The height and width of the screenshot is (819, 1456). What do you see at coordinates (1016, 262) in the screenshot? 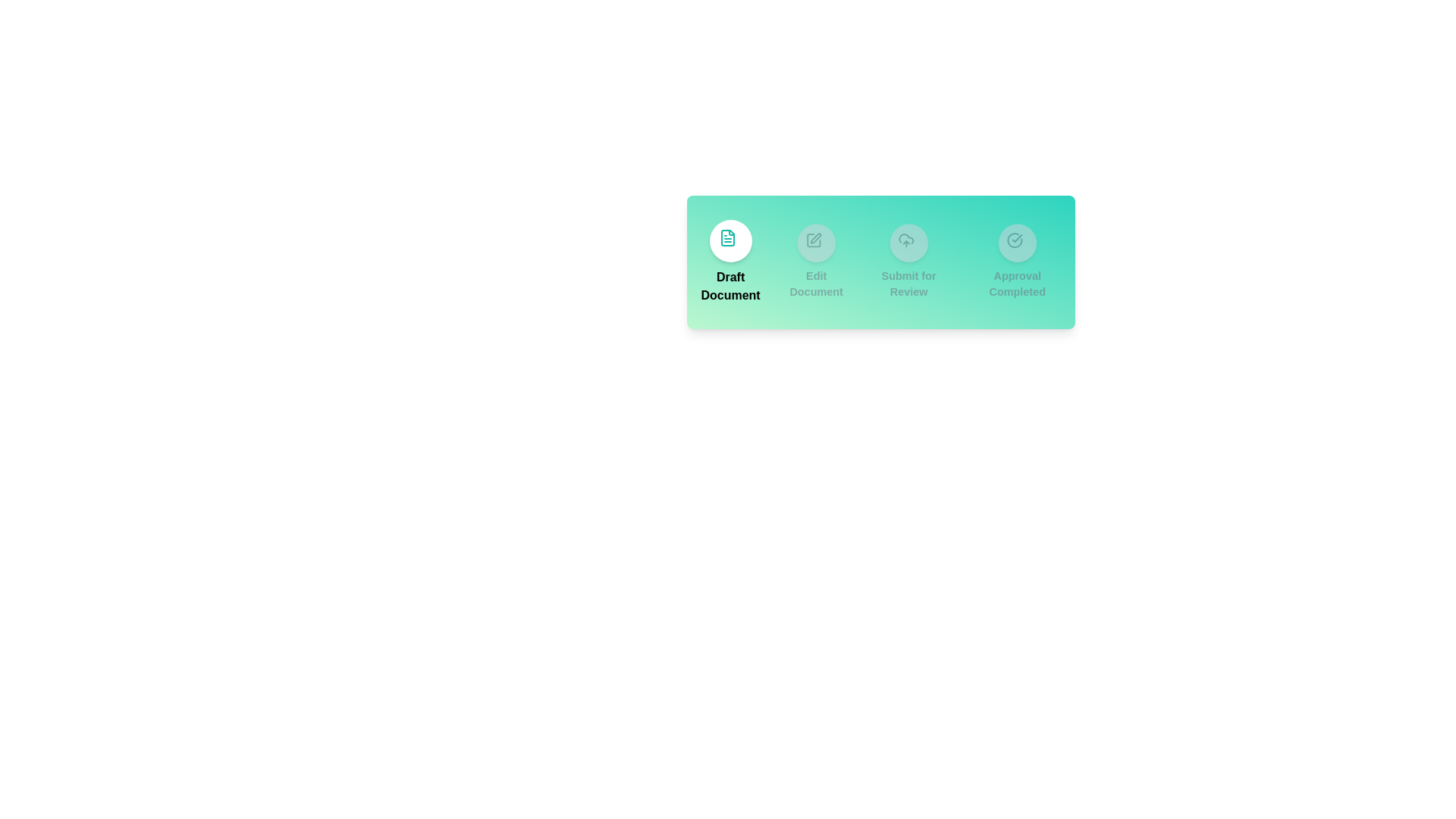
I see `the step corresponding to Approval Completed` at bounding box center [1016, 262].